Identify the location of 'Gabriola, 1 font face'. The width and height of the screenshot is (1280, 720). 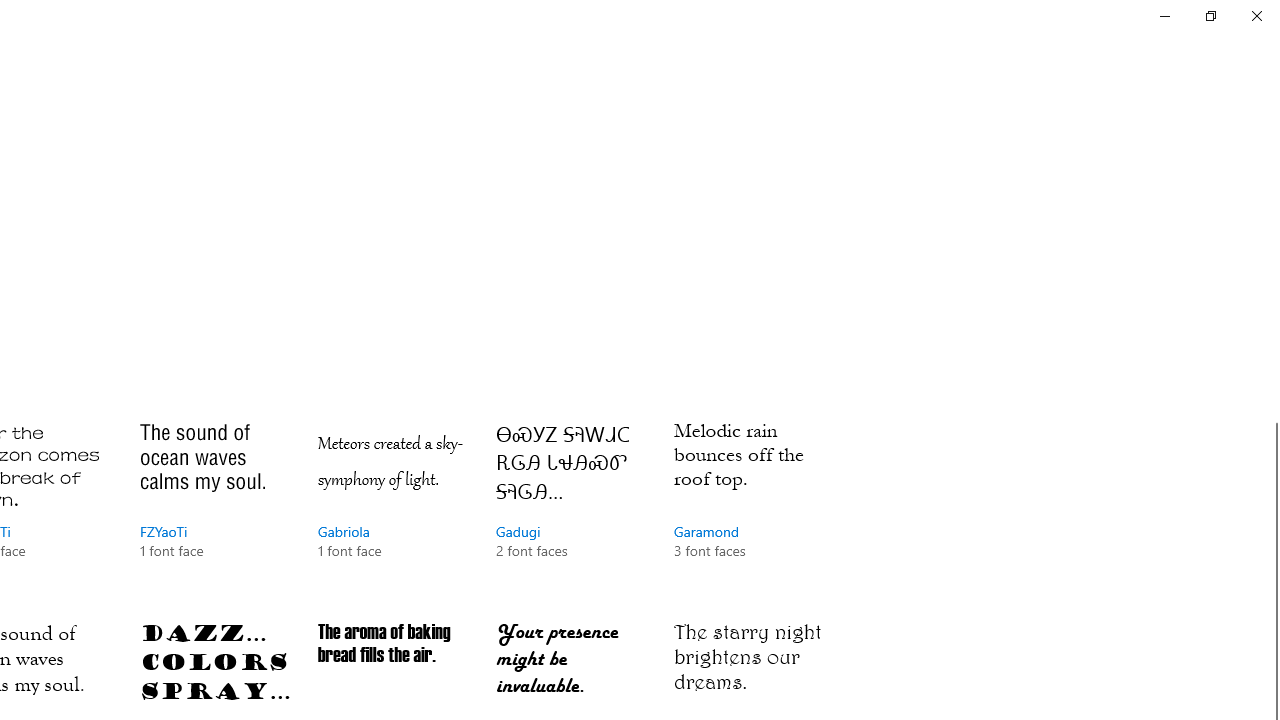
(392, 508).